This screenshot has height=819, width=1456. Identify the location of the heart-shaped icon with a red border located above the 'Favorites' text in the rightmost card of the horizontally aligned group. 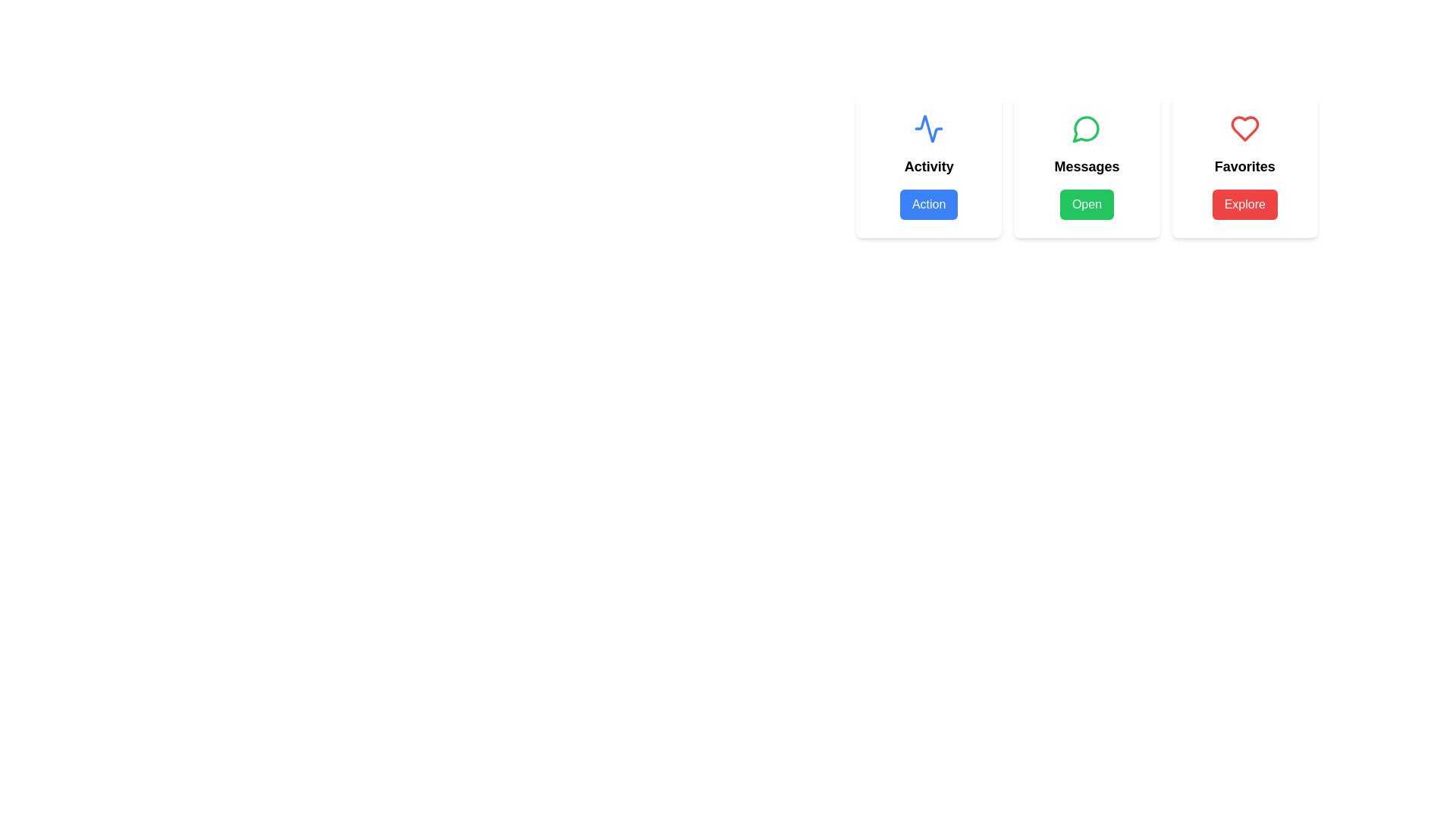
(1244, 127).